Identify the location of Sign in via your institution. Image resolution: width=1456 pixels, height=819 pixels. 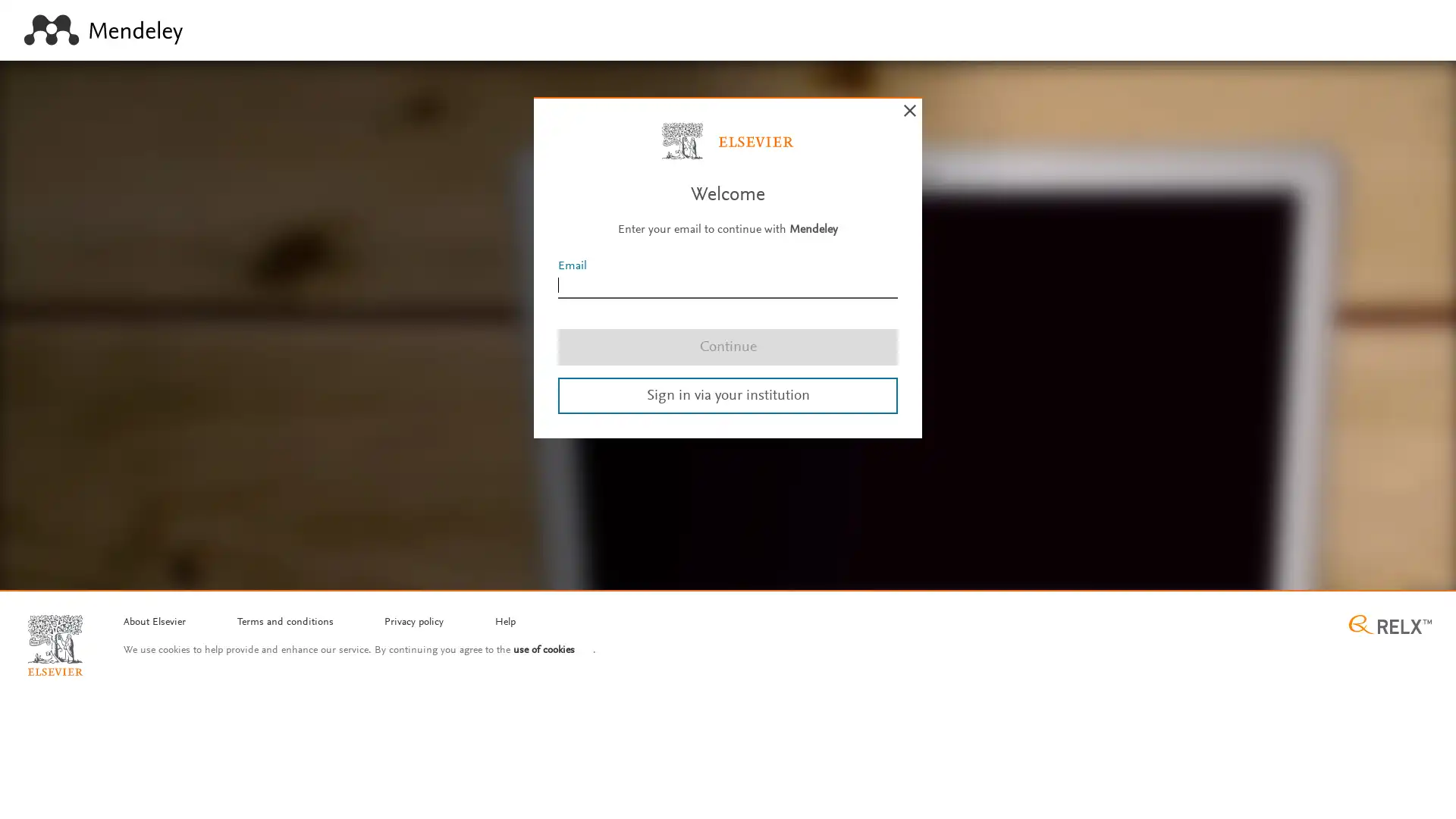
(728, 394).